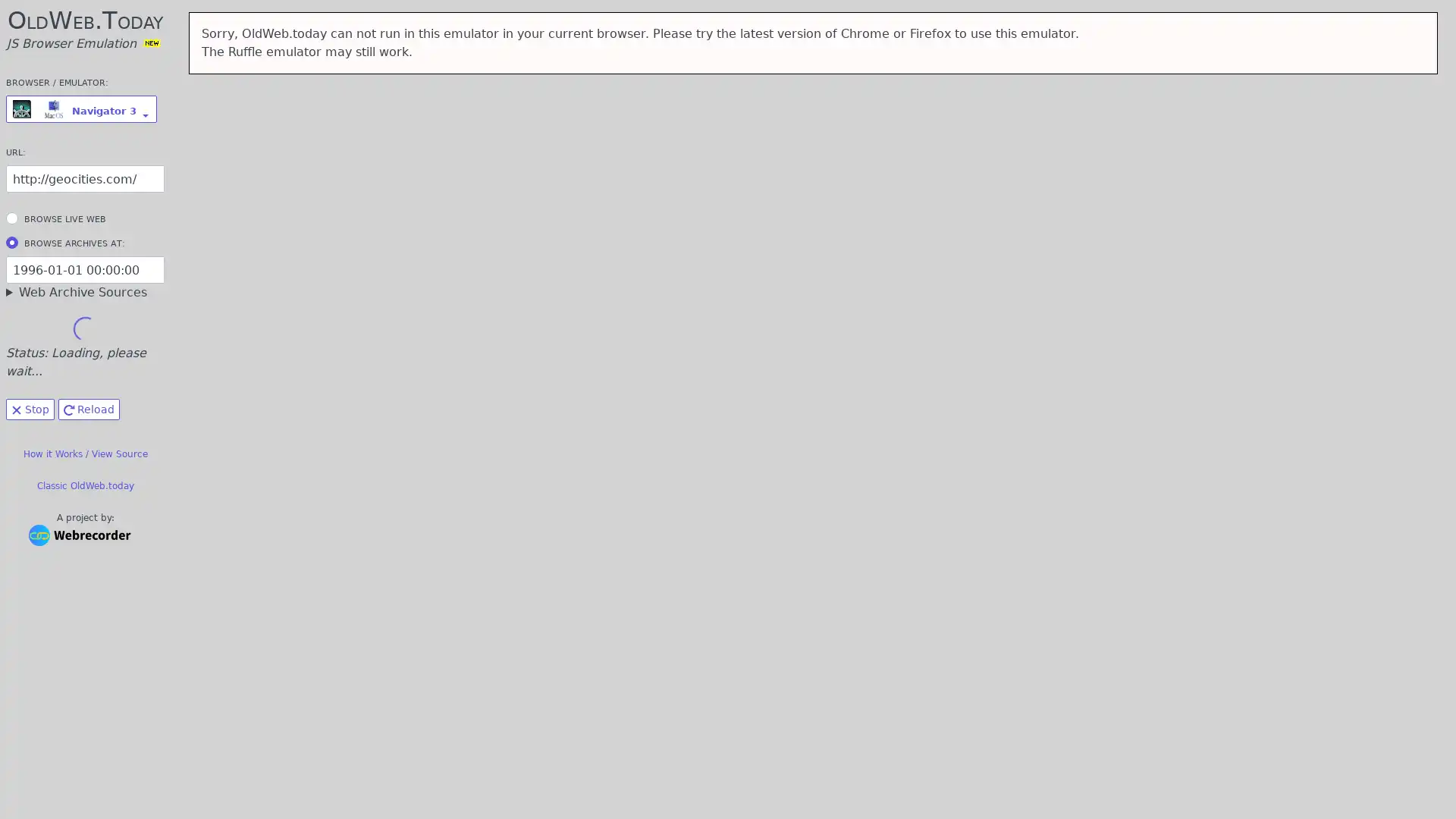 The height and width of the screenshot is (819, 1456). Describe the element at coordinates (88, 409) in the screenshot. I see `Reload` at that location.